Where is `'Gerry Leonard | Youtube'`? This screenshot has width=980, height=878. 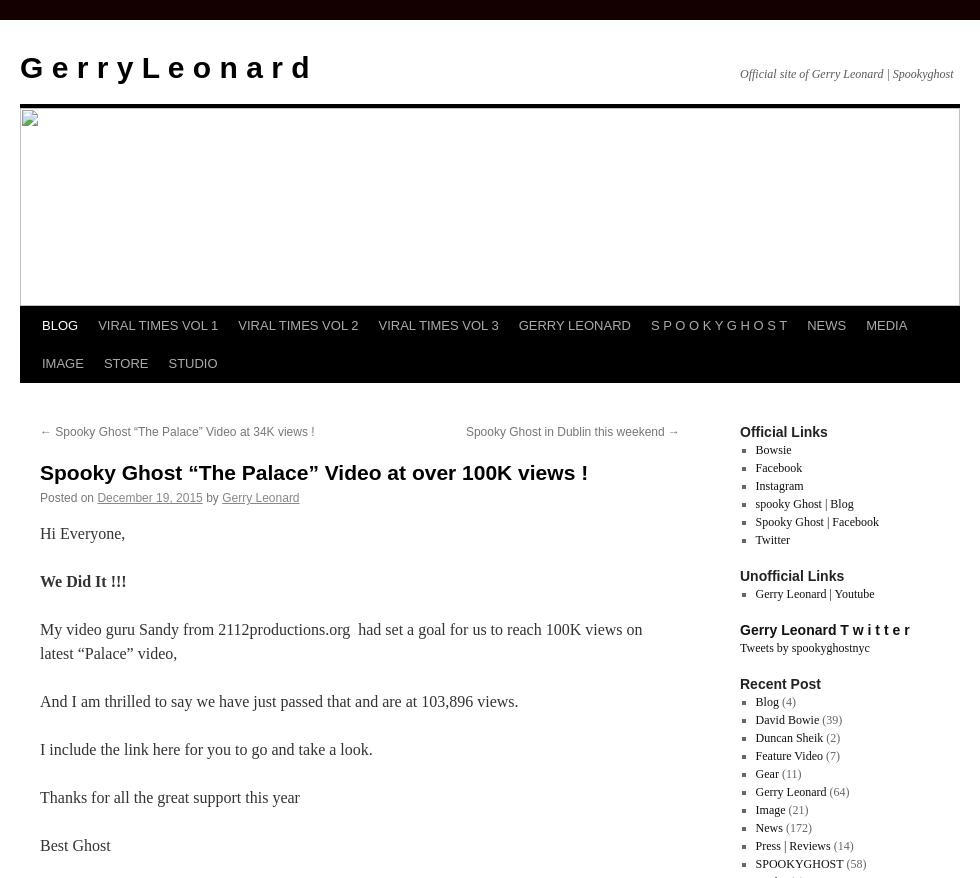 'Gerry Leonard | Youtube' is located at coordinates (814, 593).